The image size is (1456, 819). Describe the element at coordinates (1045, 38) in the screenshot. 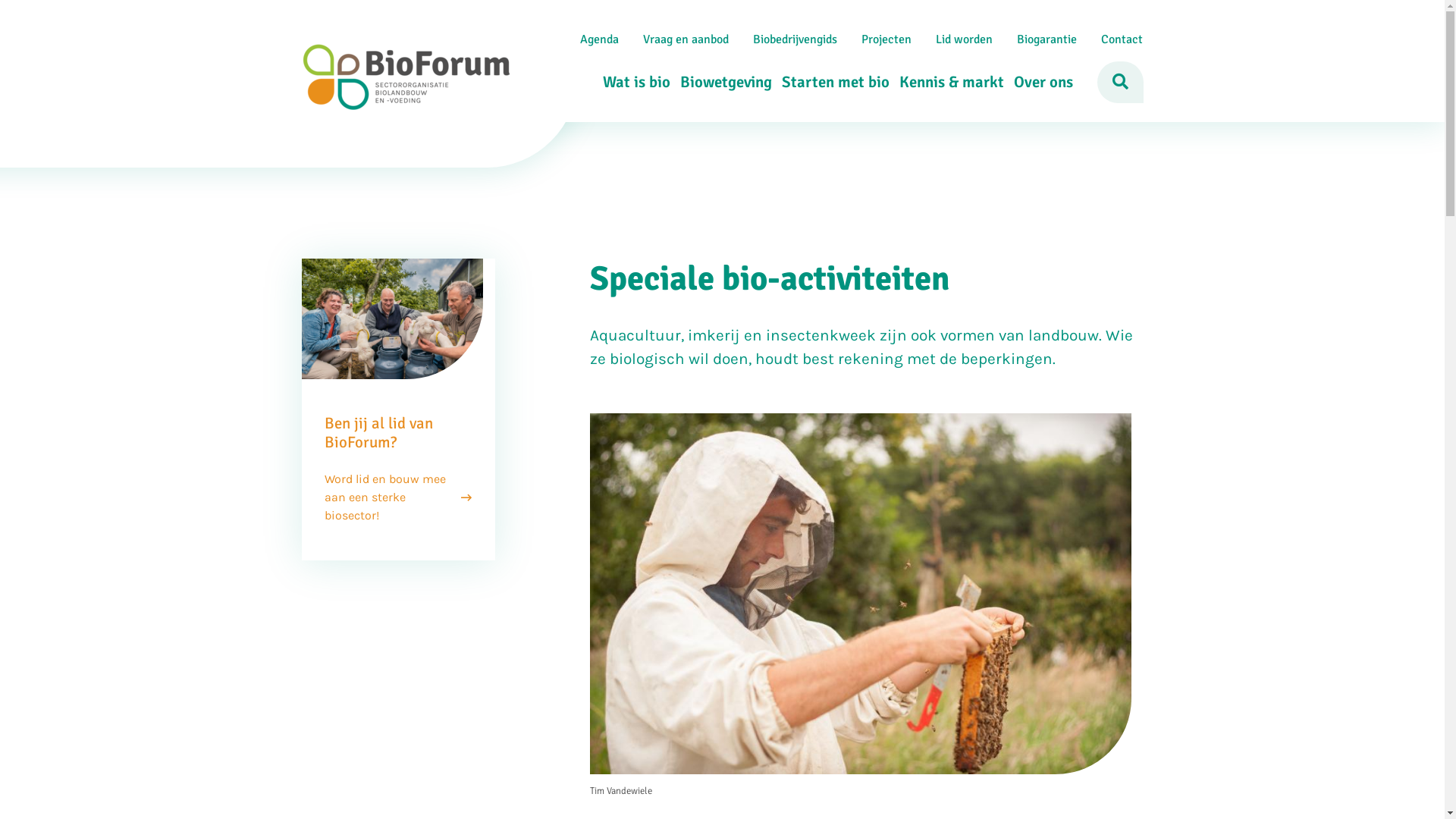

I see `'Biogarantie'` at that location.